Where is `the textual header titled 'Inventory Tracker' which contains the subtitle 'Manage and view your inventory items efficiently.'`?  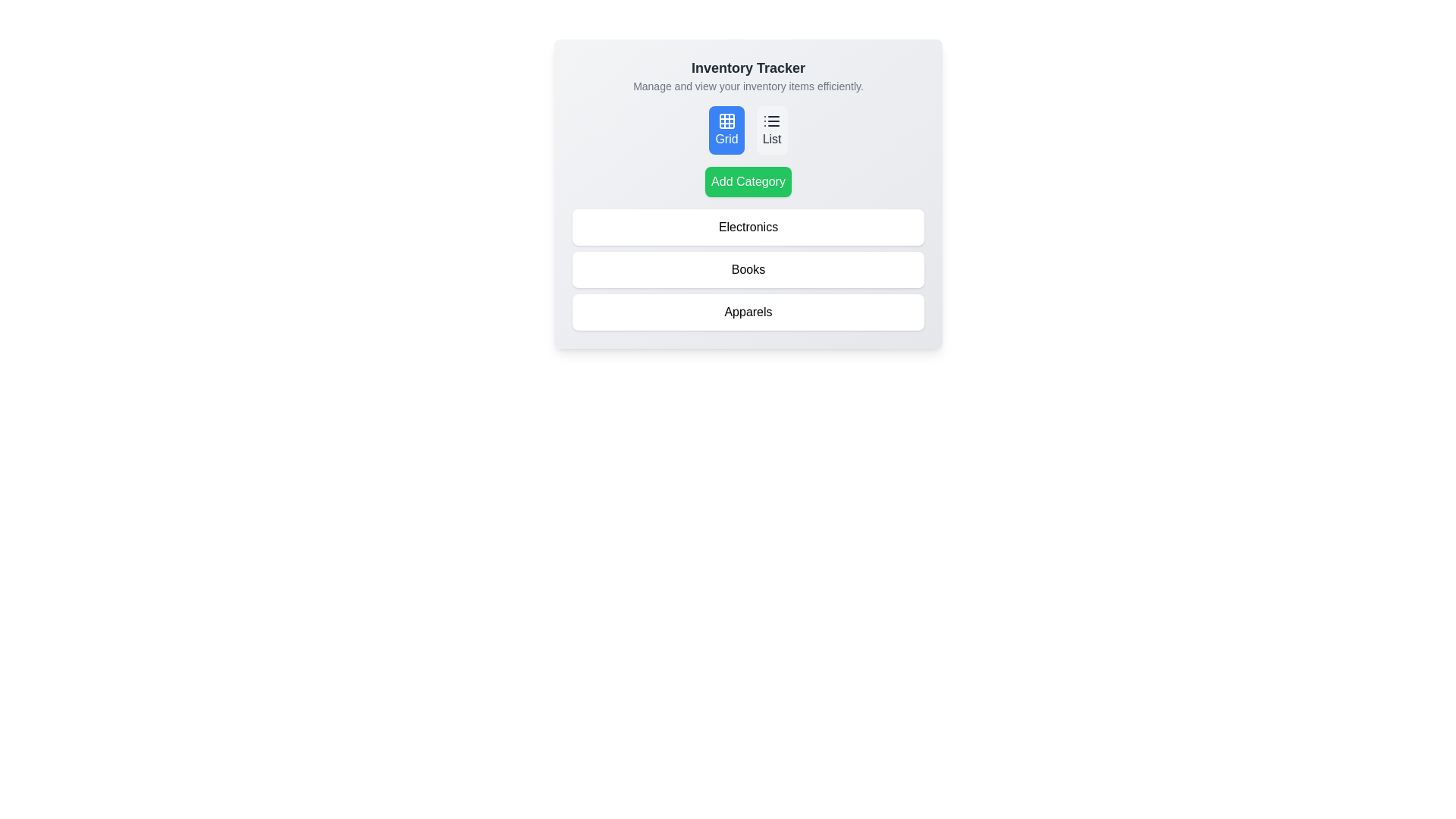 the textual header titled 'Inventory Tracker' which contains the subtitle 'Manage and view your inventory items efficiently.' is located at coordinates (748, 76).